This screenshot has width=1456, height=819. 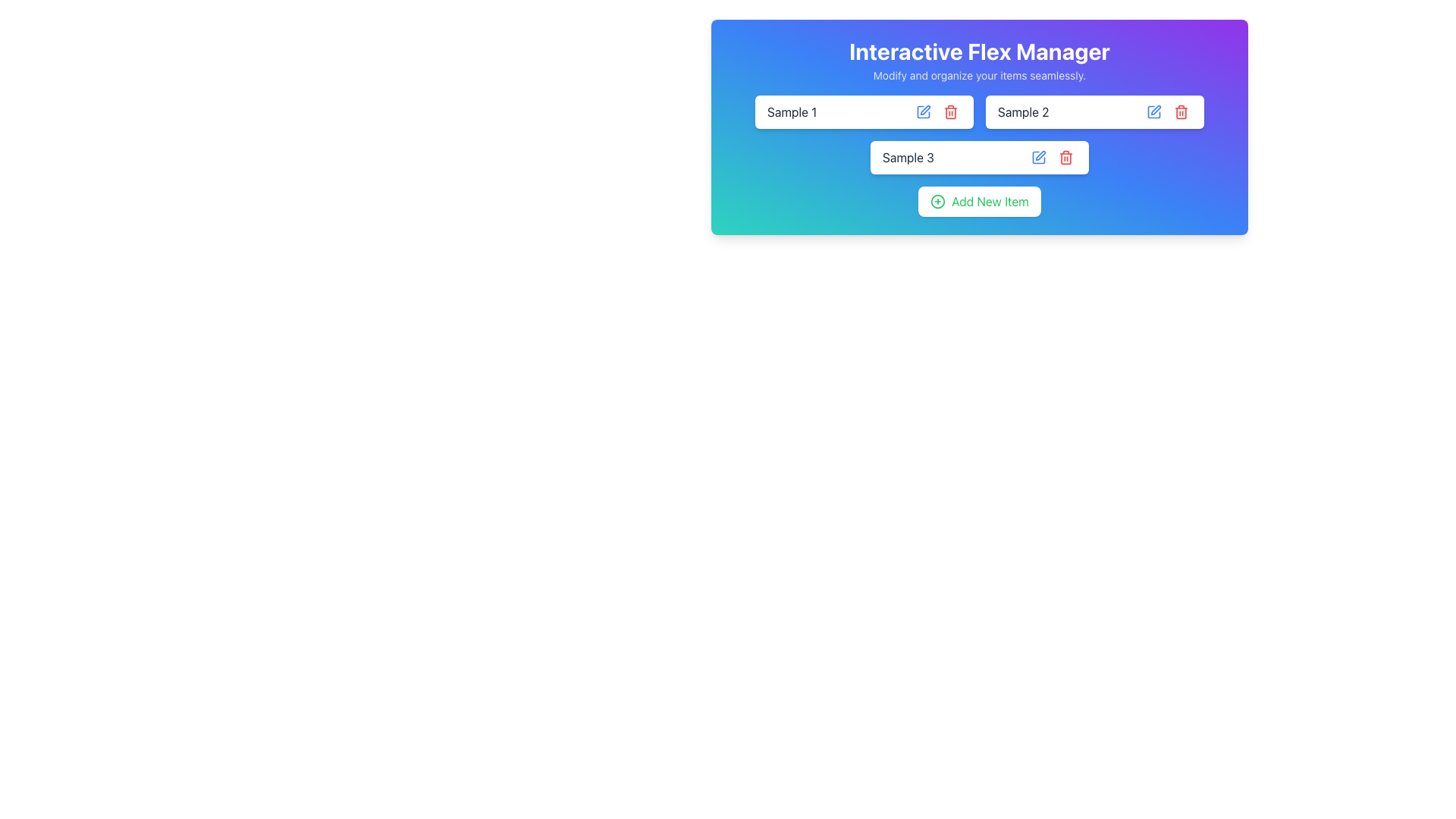 I want to click on the trash can icon button, which is red and indicates a delete action, located to the right of the input field labeled 'Sample 2', so click(x=1181, y=111).